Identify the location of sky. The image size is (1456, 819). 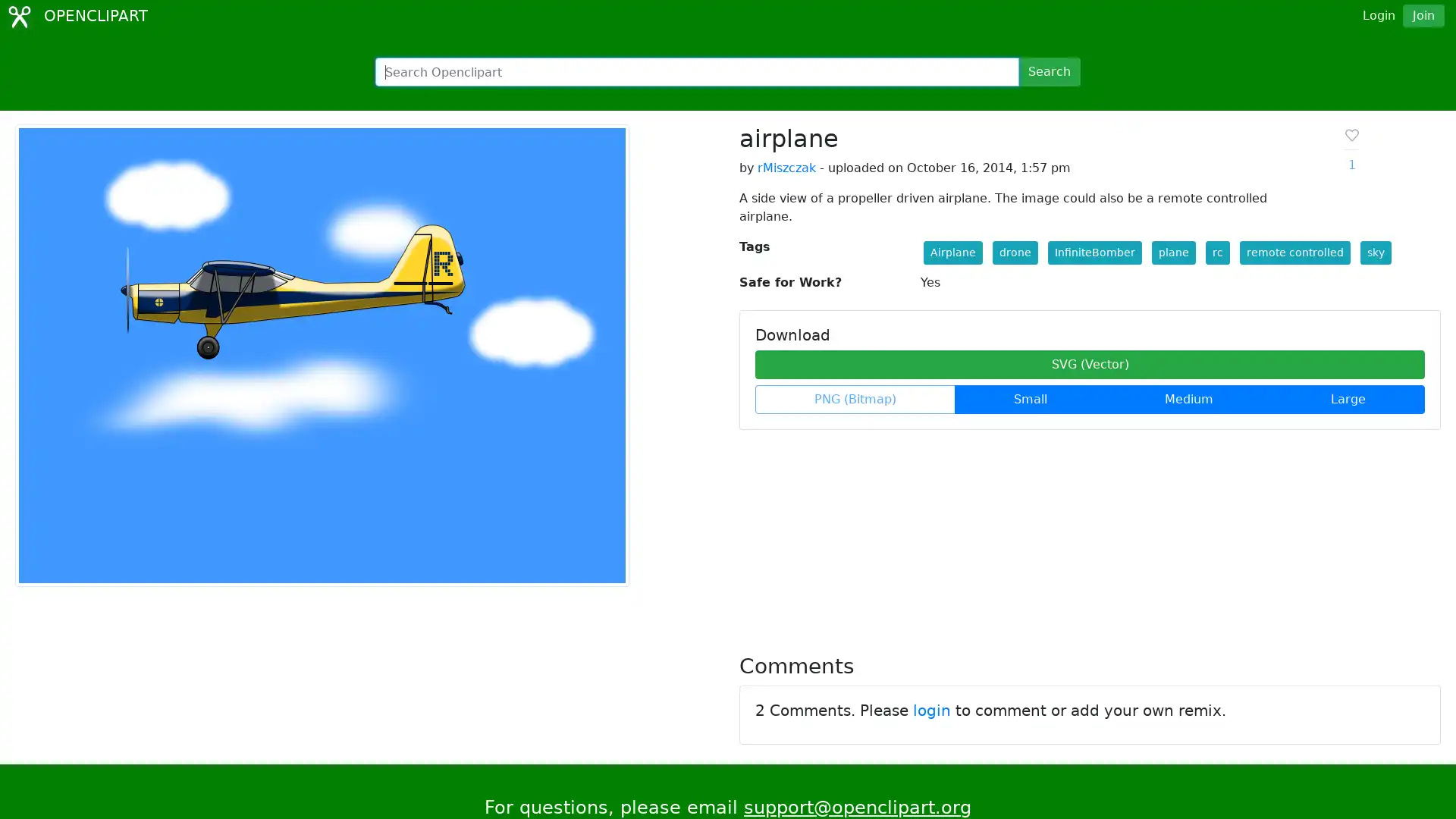
(1375, 252).